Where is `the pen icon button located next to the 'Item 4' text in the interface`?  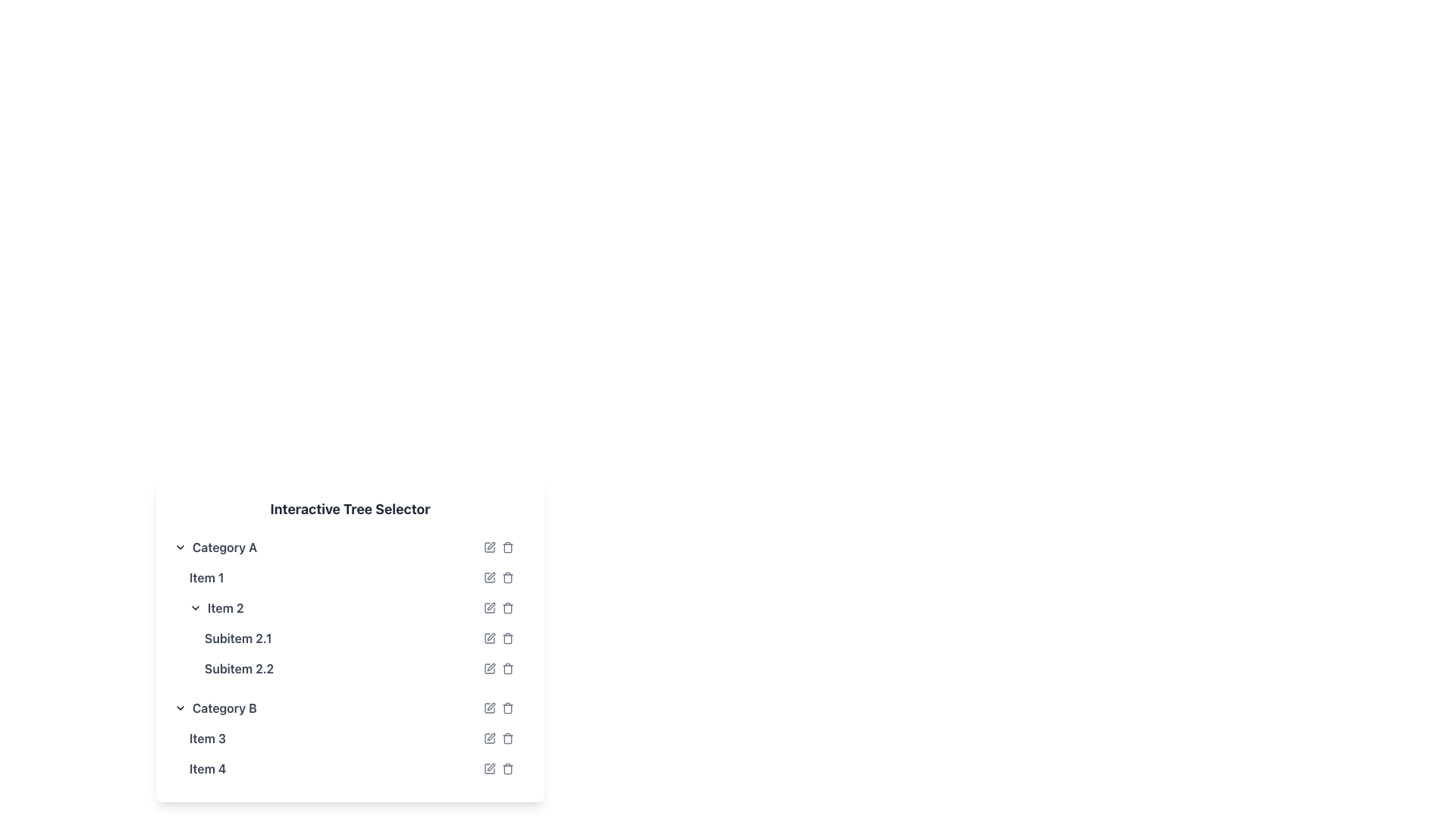
the pen icon button located next to the 'Item 4' text in the interface is located at coordinates (490, 769).